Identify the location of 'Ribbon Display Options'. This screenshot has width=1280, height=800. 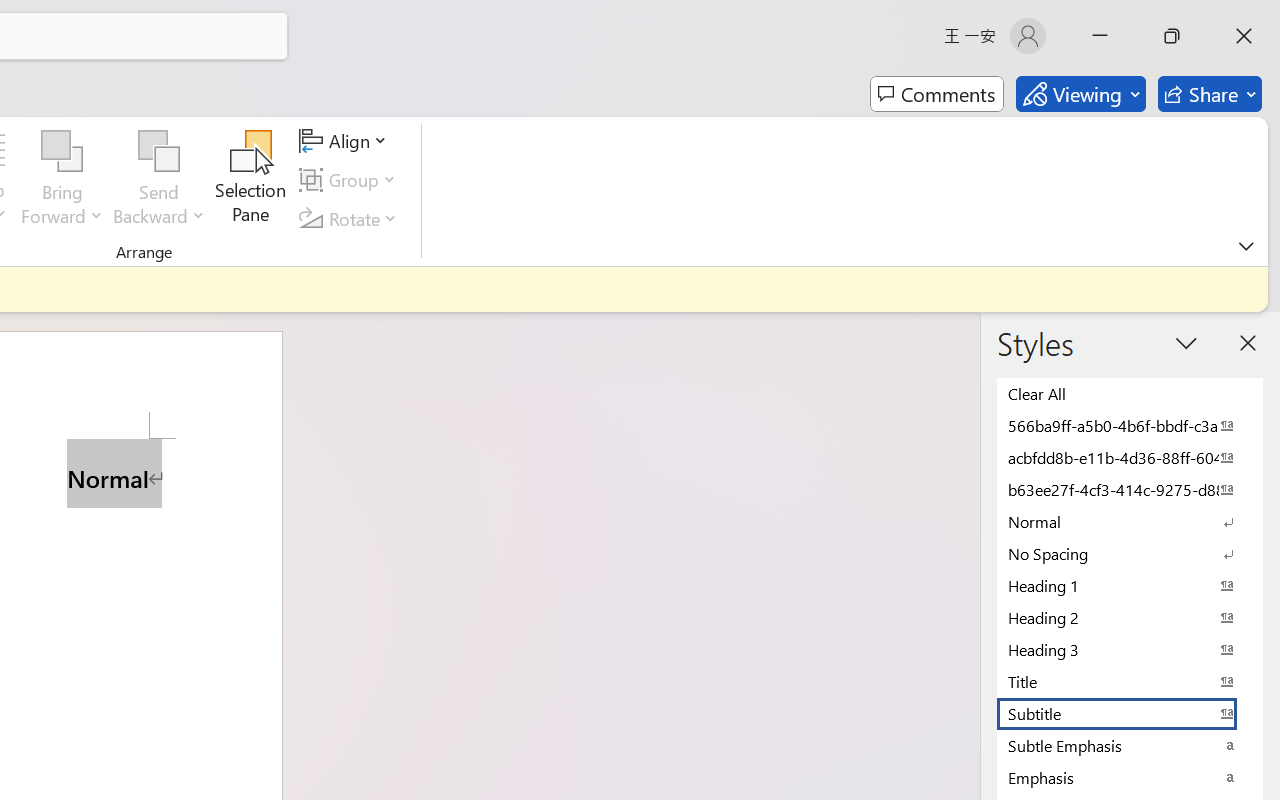
(1245, 245).